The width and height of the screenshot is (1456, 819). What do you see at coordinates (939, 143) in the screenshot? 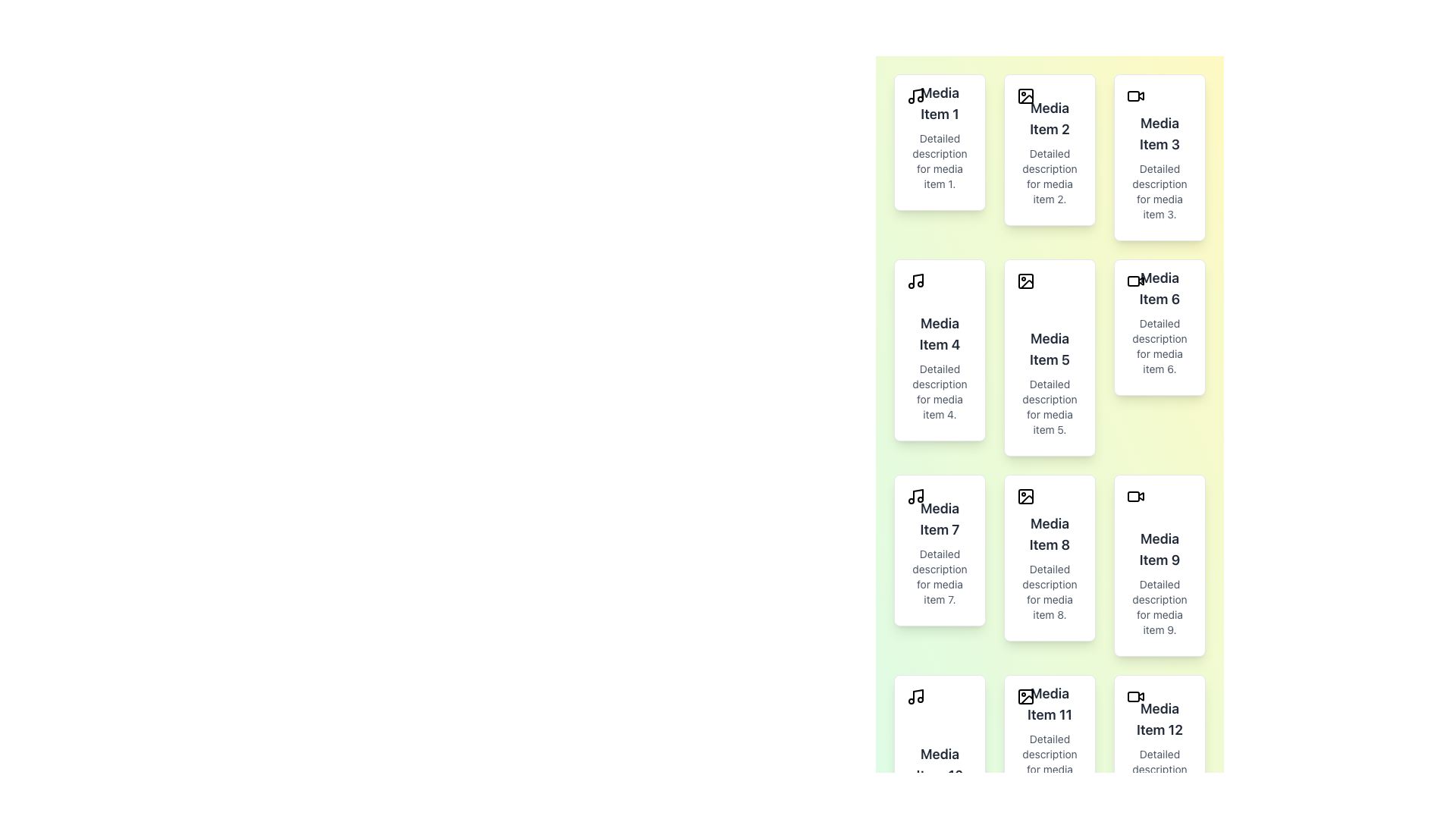
I see `the first Clickable media card in the media library` at bounding box center [939, 143].